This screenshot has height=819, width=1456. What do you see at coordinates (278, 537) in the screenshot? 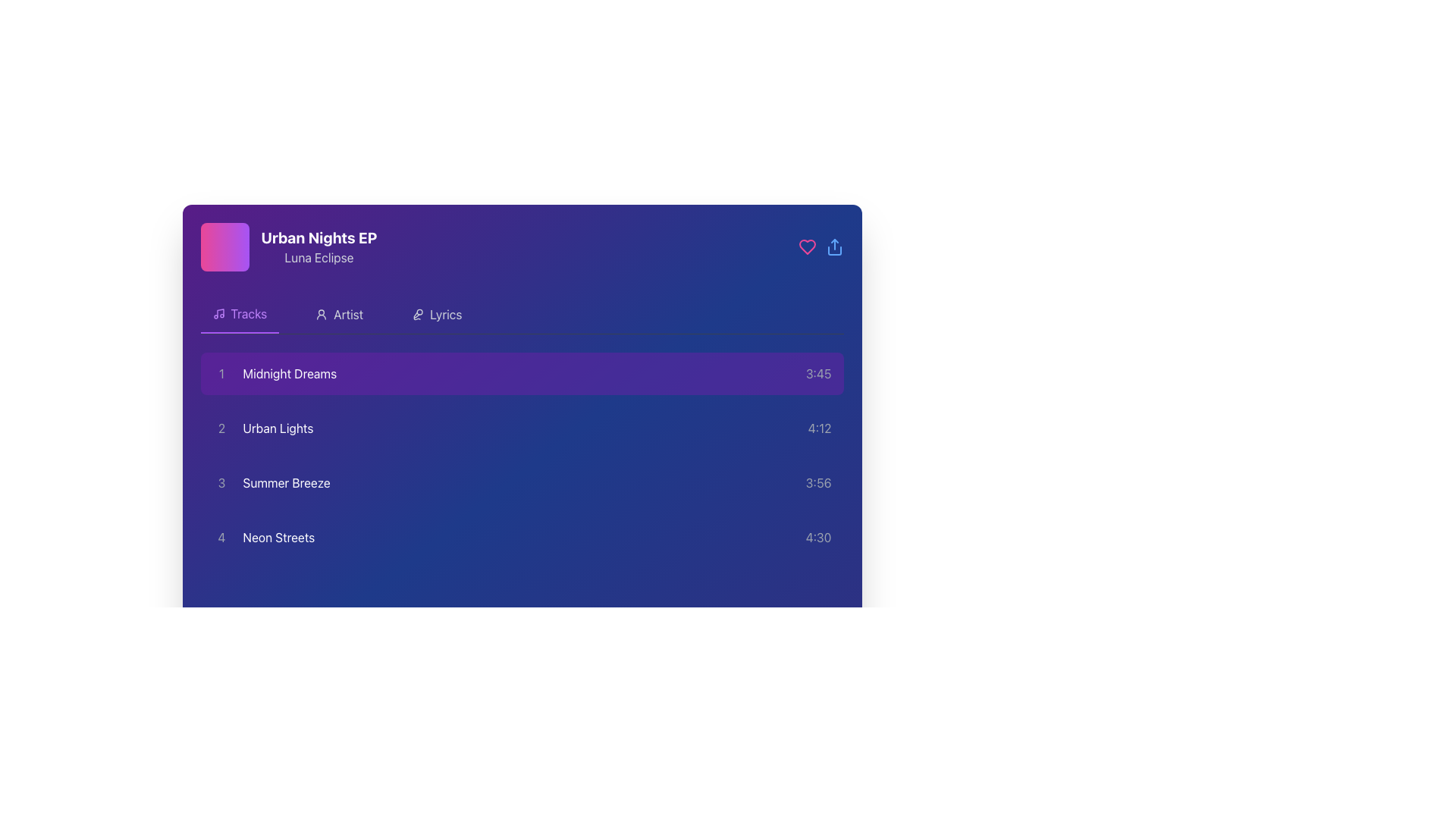
I see `the text label 'Neon Streets' which is styled in white sans-serif font on a blue gradient background, located in the fourth position of the music track listing` at bounding box center [278, 537].